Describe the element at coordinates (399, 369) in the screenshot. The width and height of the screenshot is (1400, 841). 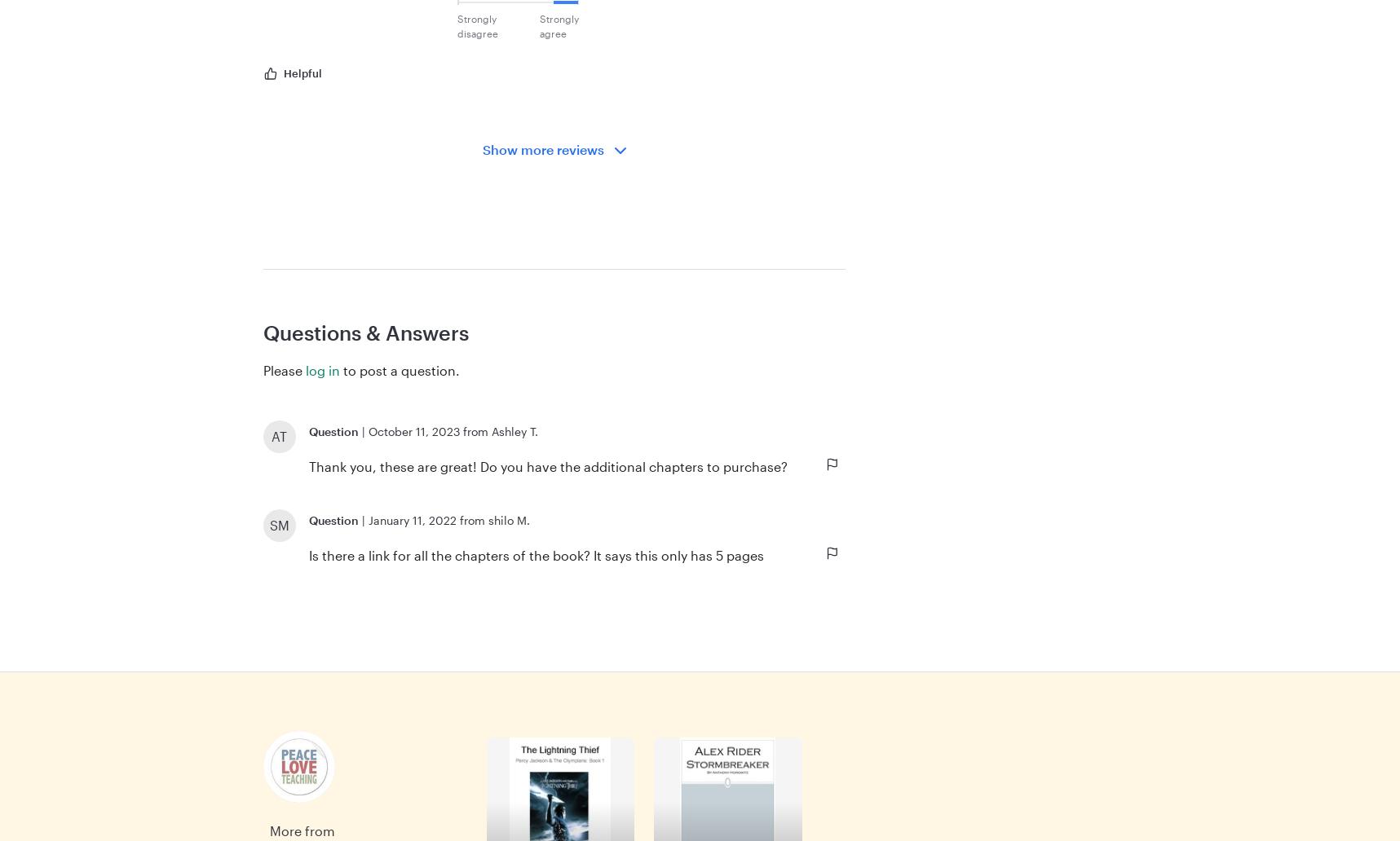
I see `'to post a question.'` at that location.